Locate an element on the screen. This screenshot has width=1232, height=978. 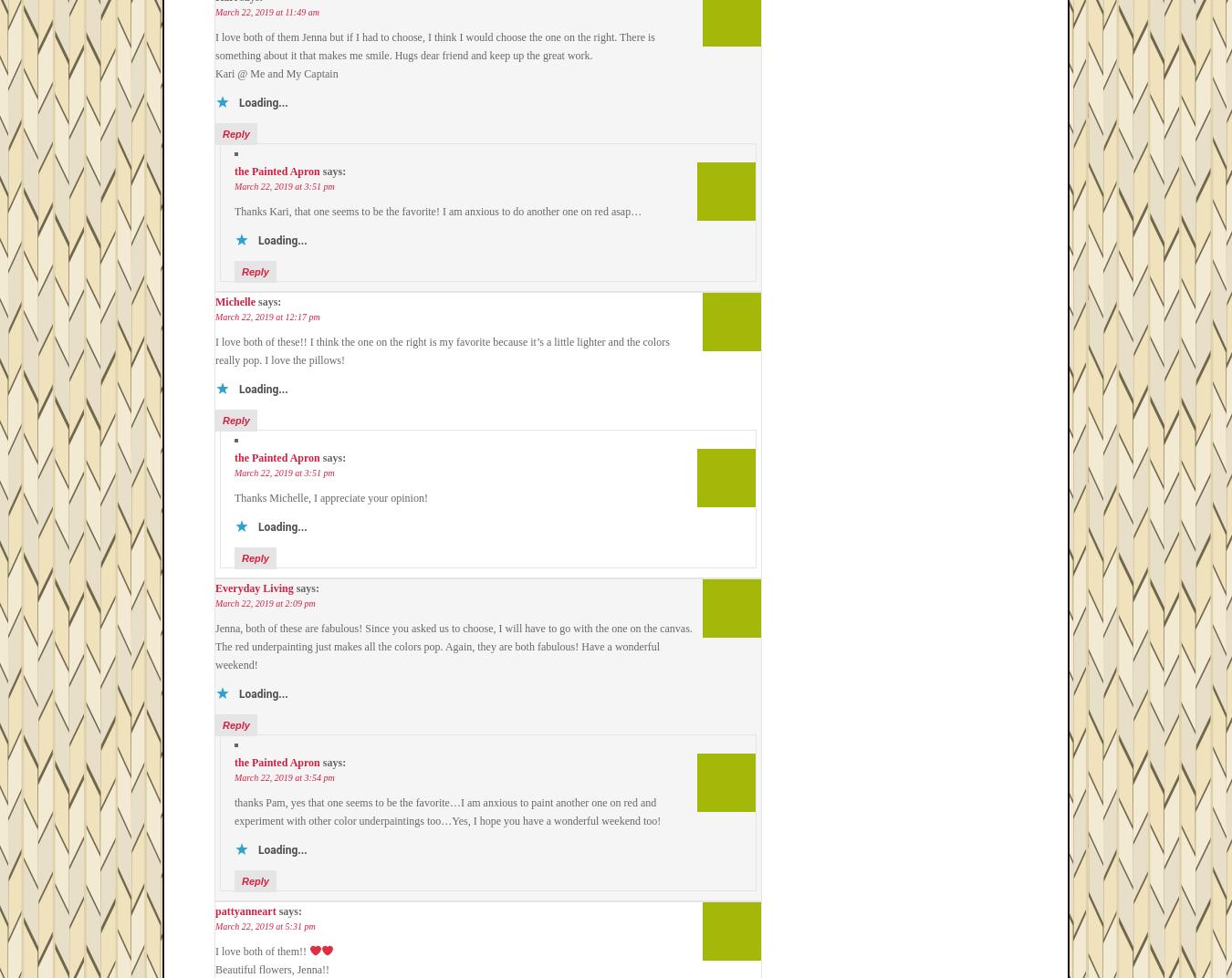
'I love both of these!! I think the one on the right is my favorite because it’s a little lighter and the colors really pop. I love the pillows!' is located at coordinates (441, 350).